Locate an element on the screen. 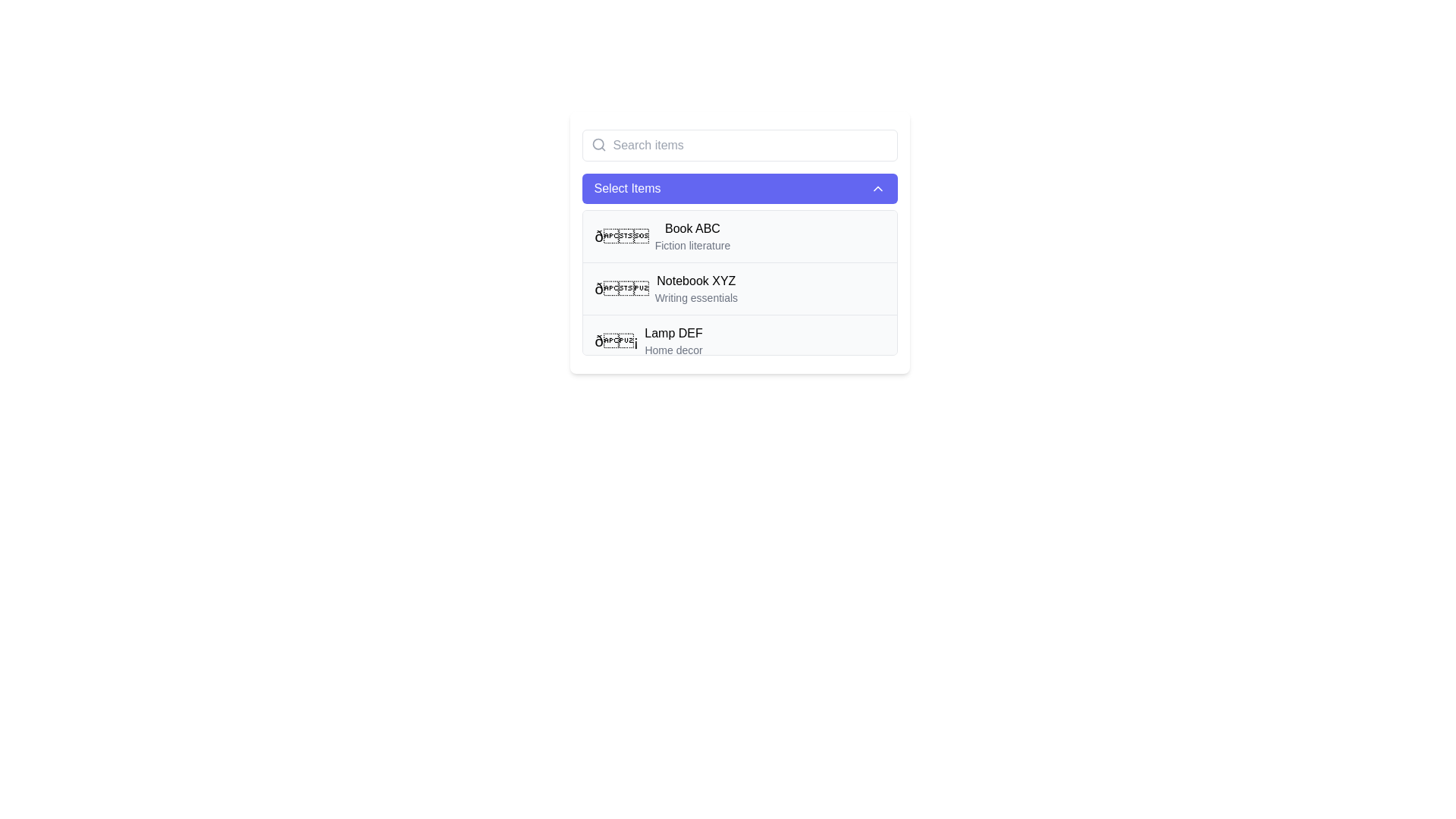  the SVG Circle representing the search icon located in the top left corner of the interface, adjacent to the 'Search items' input box is located at coordinates (597, 144).